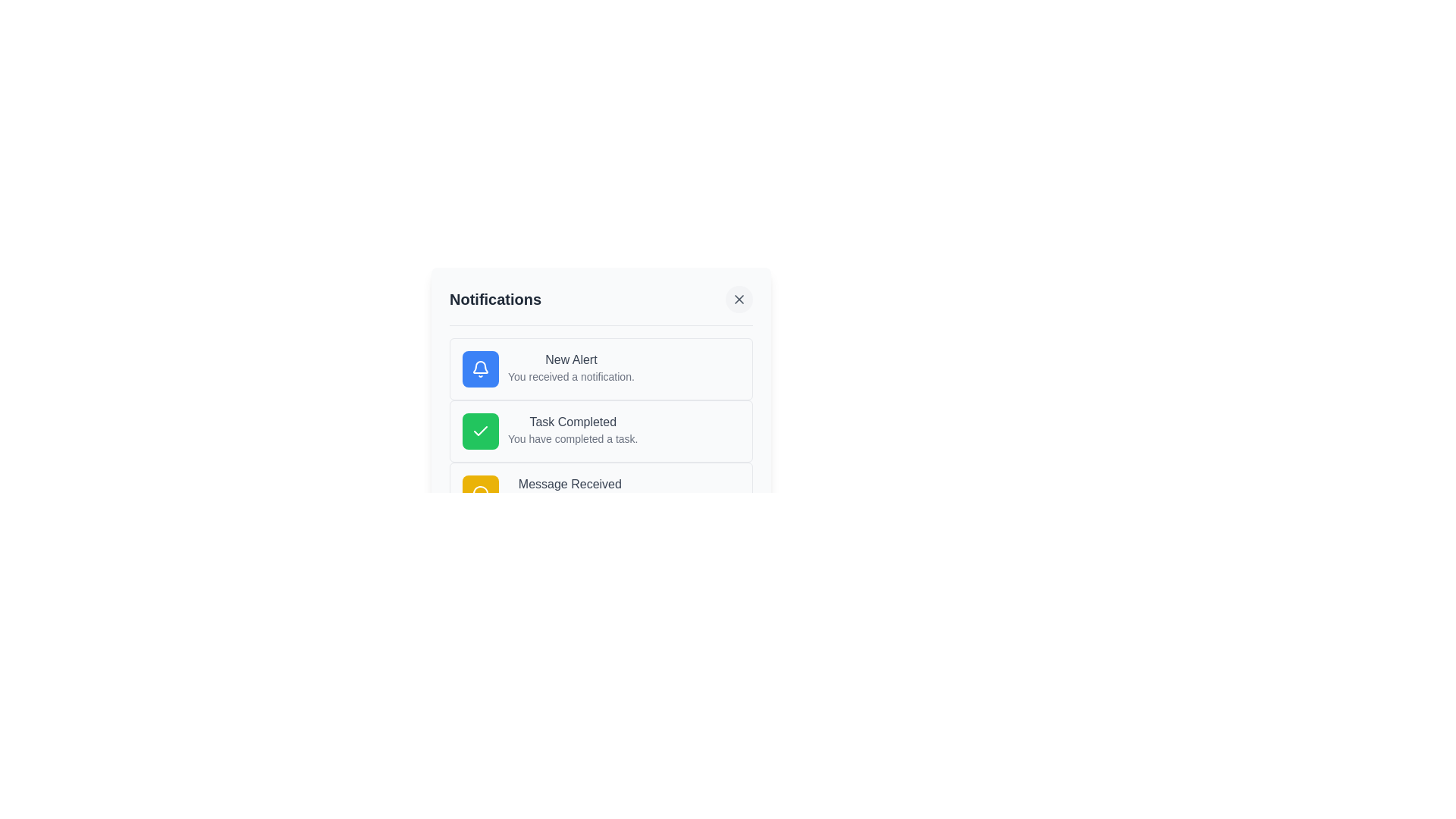 The width and height of the screenshot is (1456, 819). I want to click on notification contents displayed in the second card-style notification component, which informs the user about the successful completion of a task, so click(572, 430).